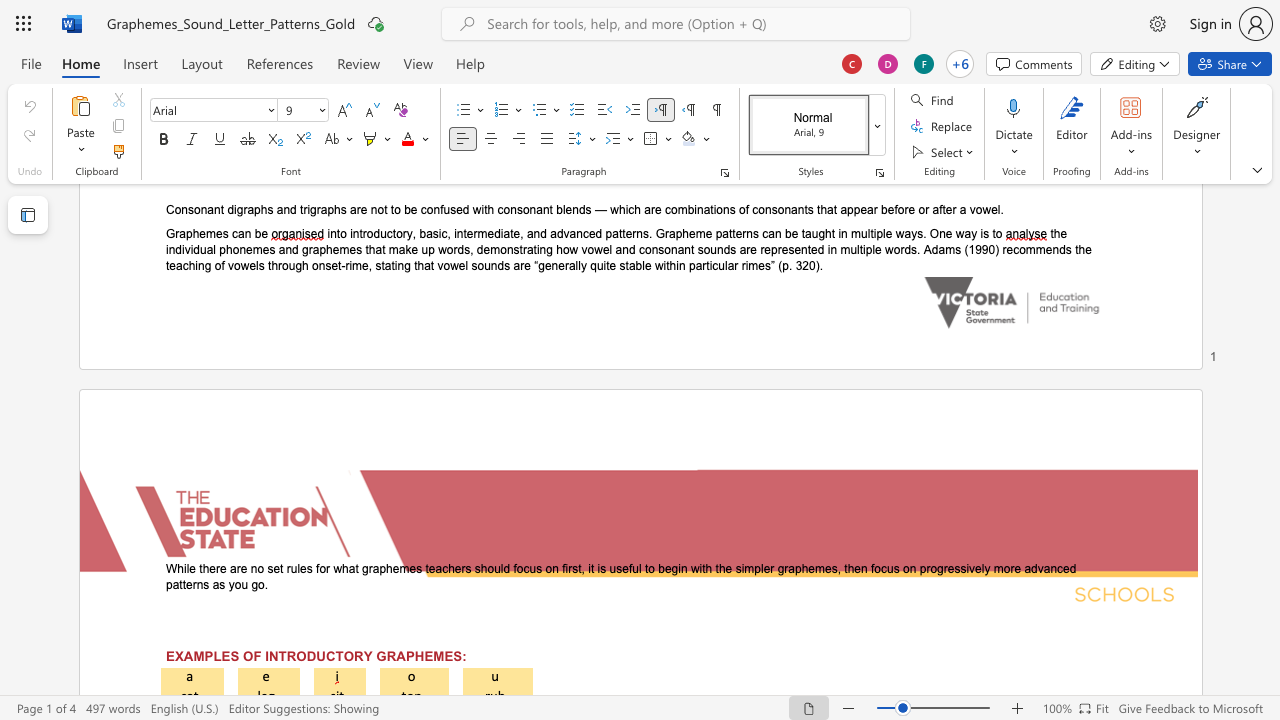  What do you see at coordinates (326, 656) in the screenshot?
I see `the space between the continuous character "U" and "C" in the text` at bounding box center [326, 656].